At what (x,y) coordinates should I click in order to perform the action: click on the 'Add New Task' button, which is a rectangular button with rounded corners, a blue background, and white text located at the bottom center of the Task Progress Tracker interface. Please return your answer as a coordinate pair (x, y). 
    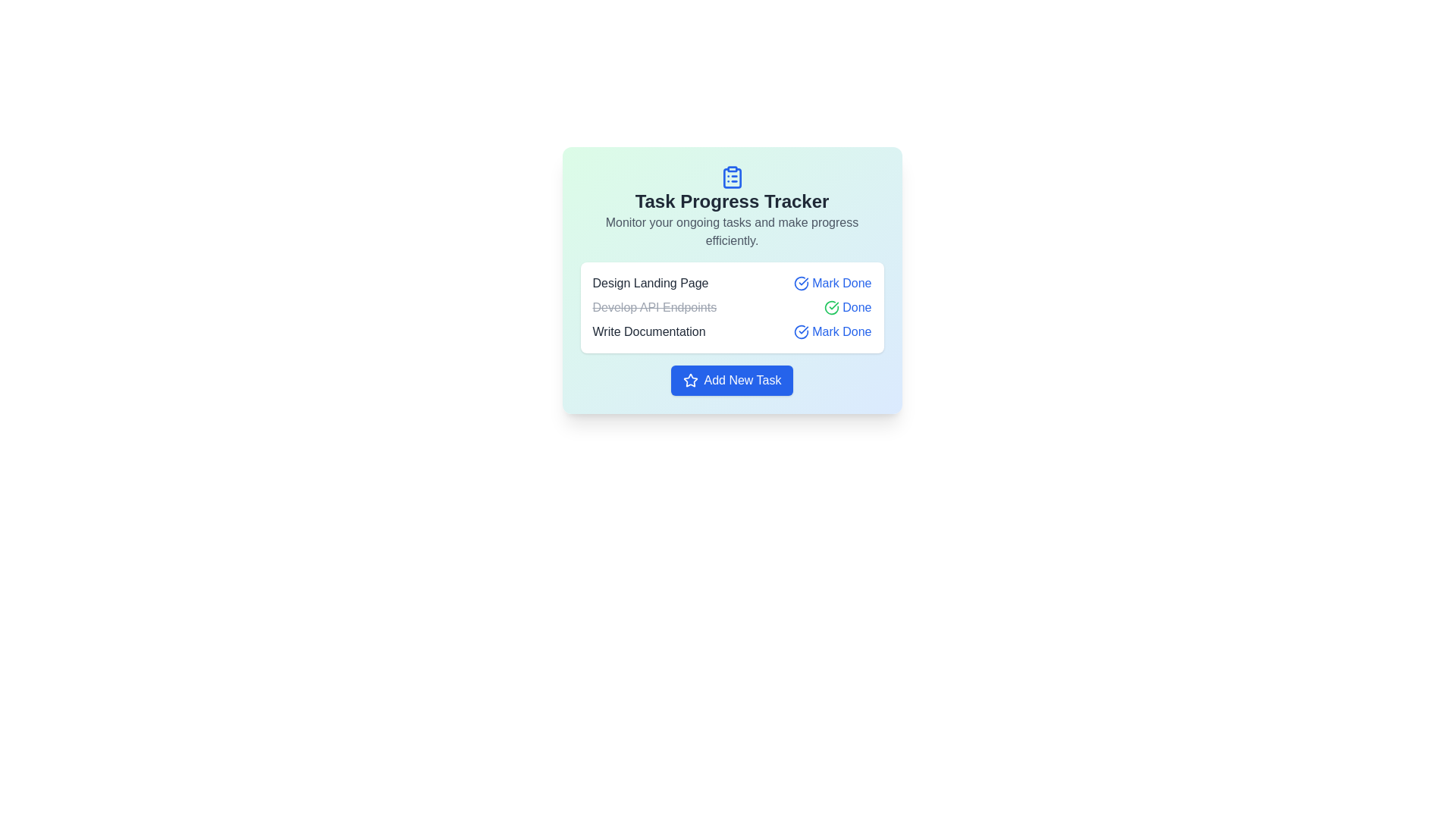
    Looking at the image, I should click on (732, 379).